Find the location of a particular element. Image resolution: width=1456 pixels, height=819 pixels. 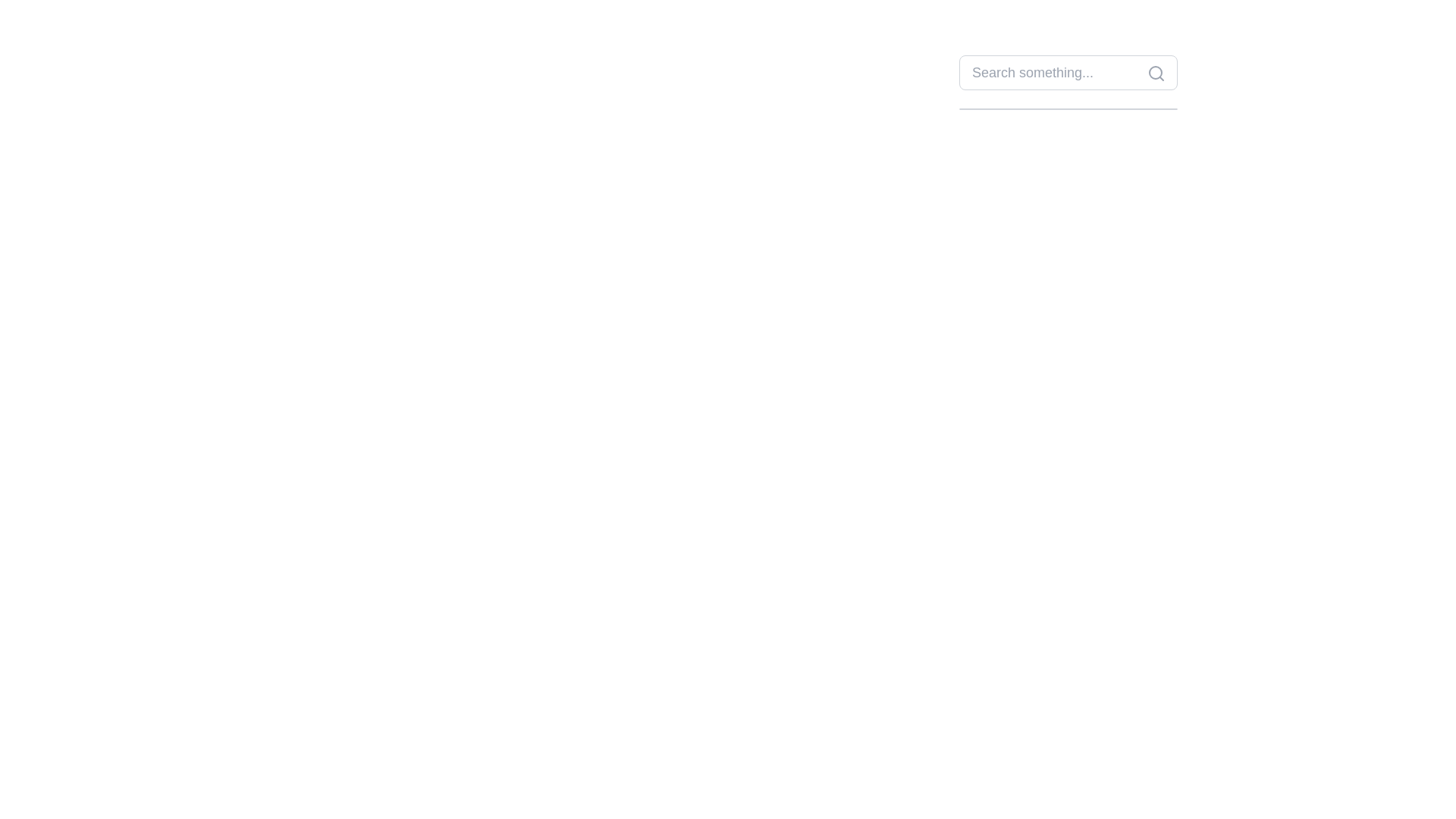

the search input field located within the upper-right section of the interface, which contains the placeholder text 'Search something...' and a magnifying glass icon, to focus on it is located at coordinates (1068, 82).